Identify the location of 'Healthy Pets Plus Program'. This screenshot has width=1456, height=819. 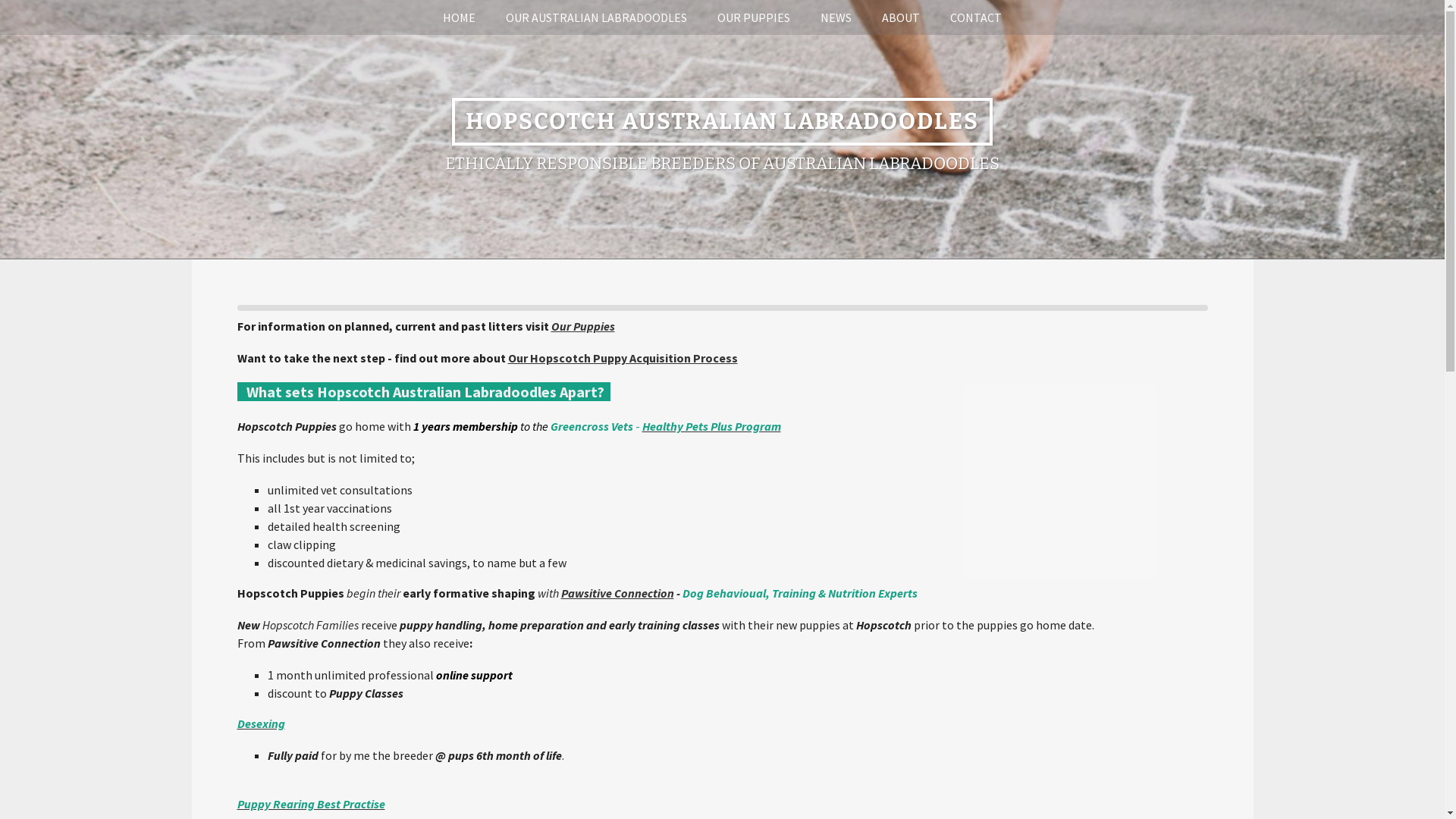
(710, 426).